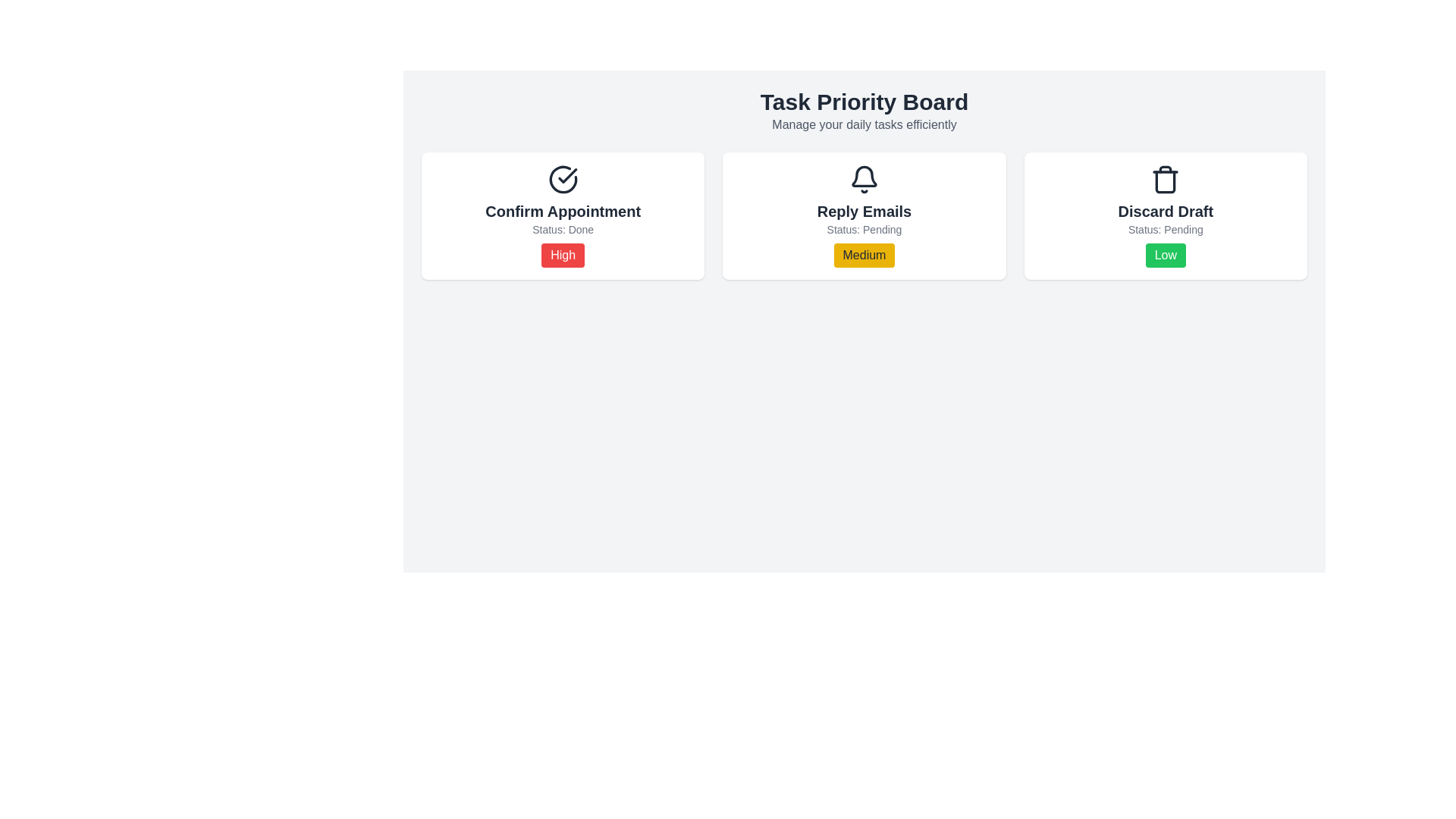 Image resolution: width=1456 pixels, height=819 pixels. Describe the element at coordinates (562, 178) in the screenshot. I see `the circular checkmark icon in the 'Confirm Appointment' section, which indicates completion or affirmation` at that location.